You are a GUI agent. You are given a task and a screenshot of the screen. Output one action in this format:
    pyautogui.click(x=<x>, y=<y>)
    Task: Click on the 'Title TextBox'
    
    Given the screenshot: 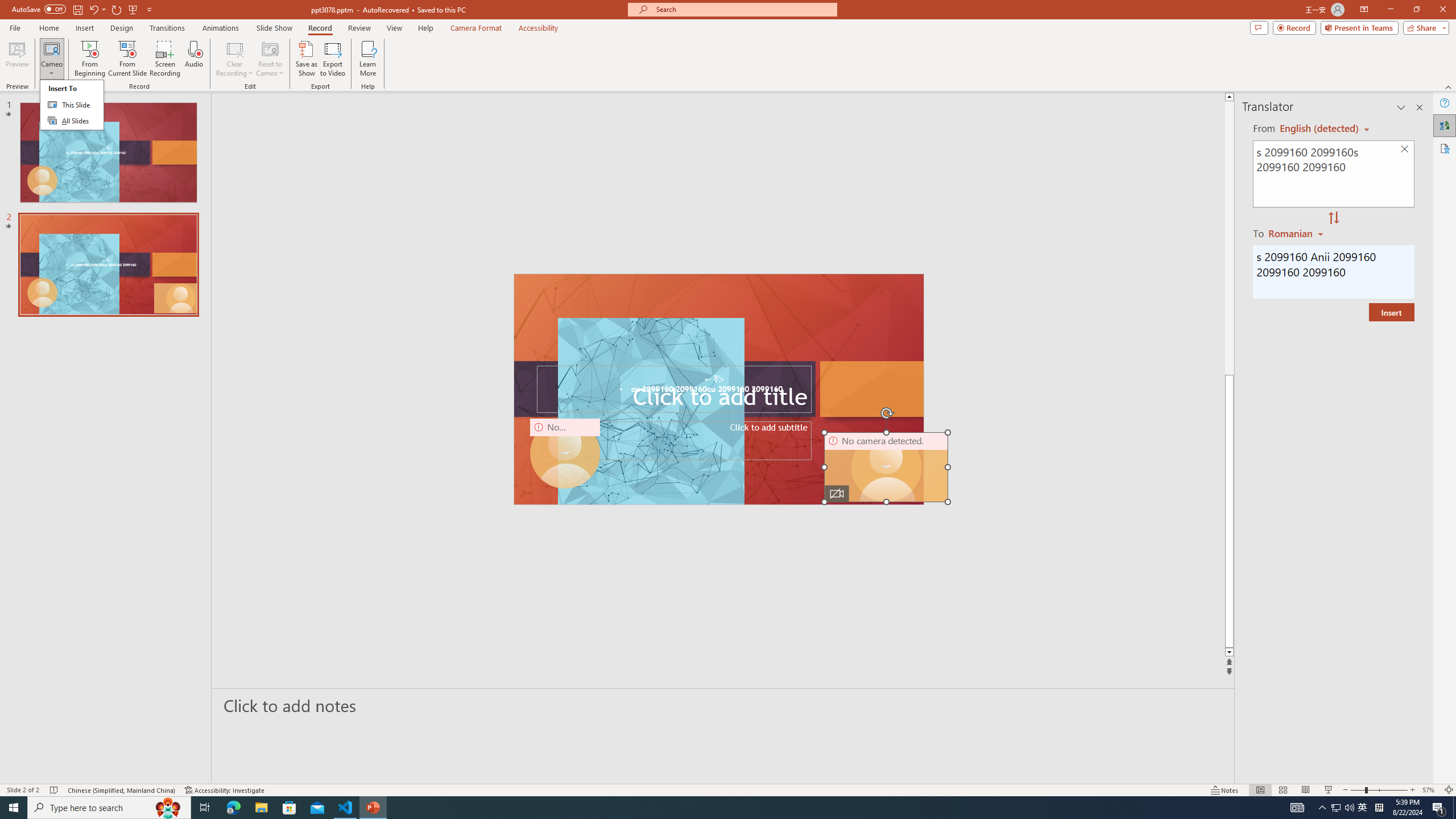 What is the action you would take?
    pyautogui.click(x=674, y=388)
    